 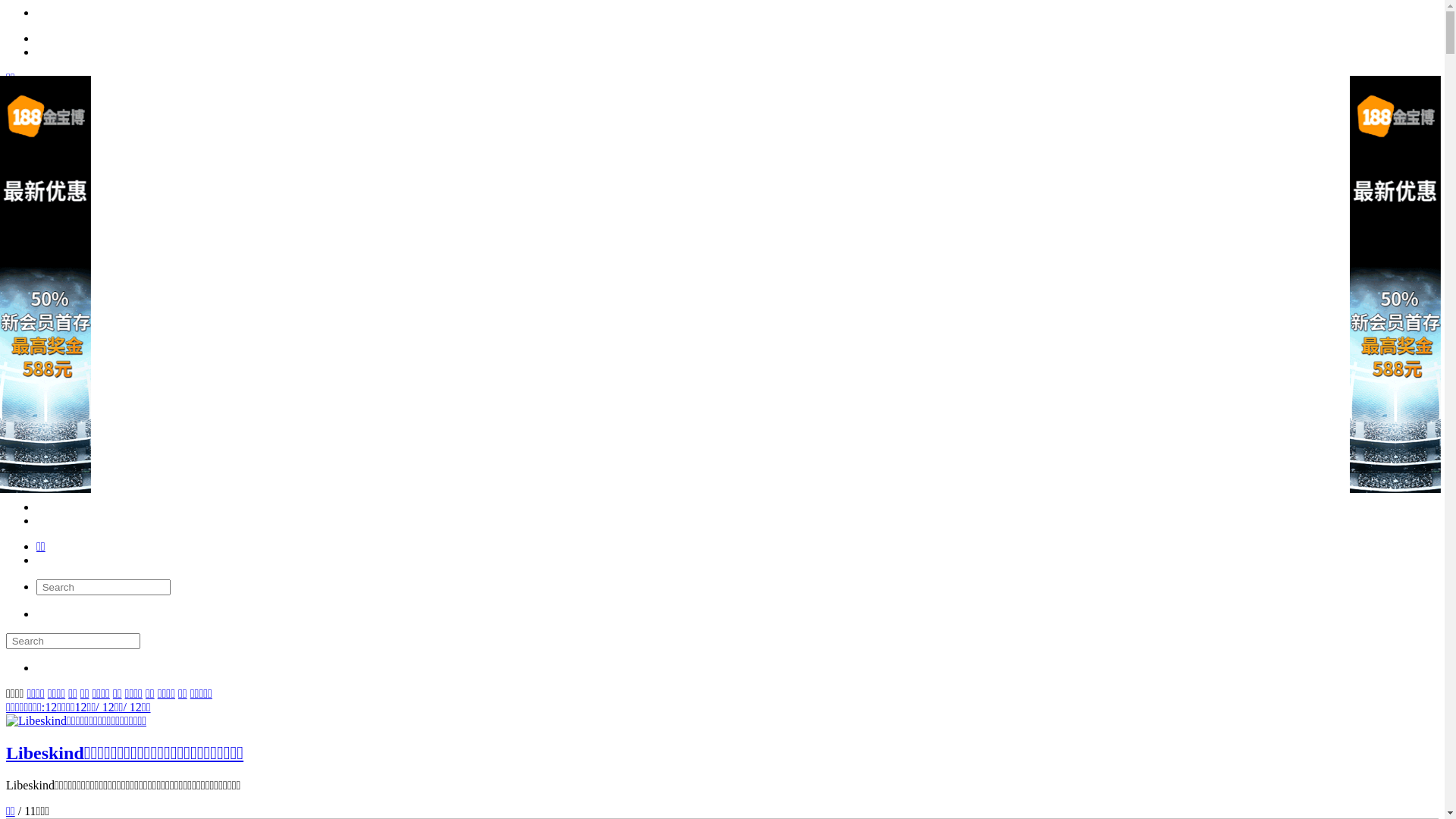 What do you see at coordinates (102, 586) in the screenshot?
I see `'Search'` at bounding box center [102, 586].